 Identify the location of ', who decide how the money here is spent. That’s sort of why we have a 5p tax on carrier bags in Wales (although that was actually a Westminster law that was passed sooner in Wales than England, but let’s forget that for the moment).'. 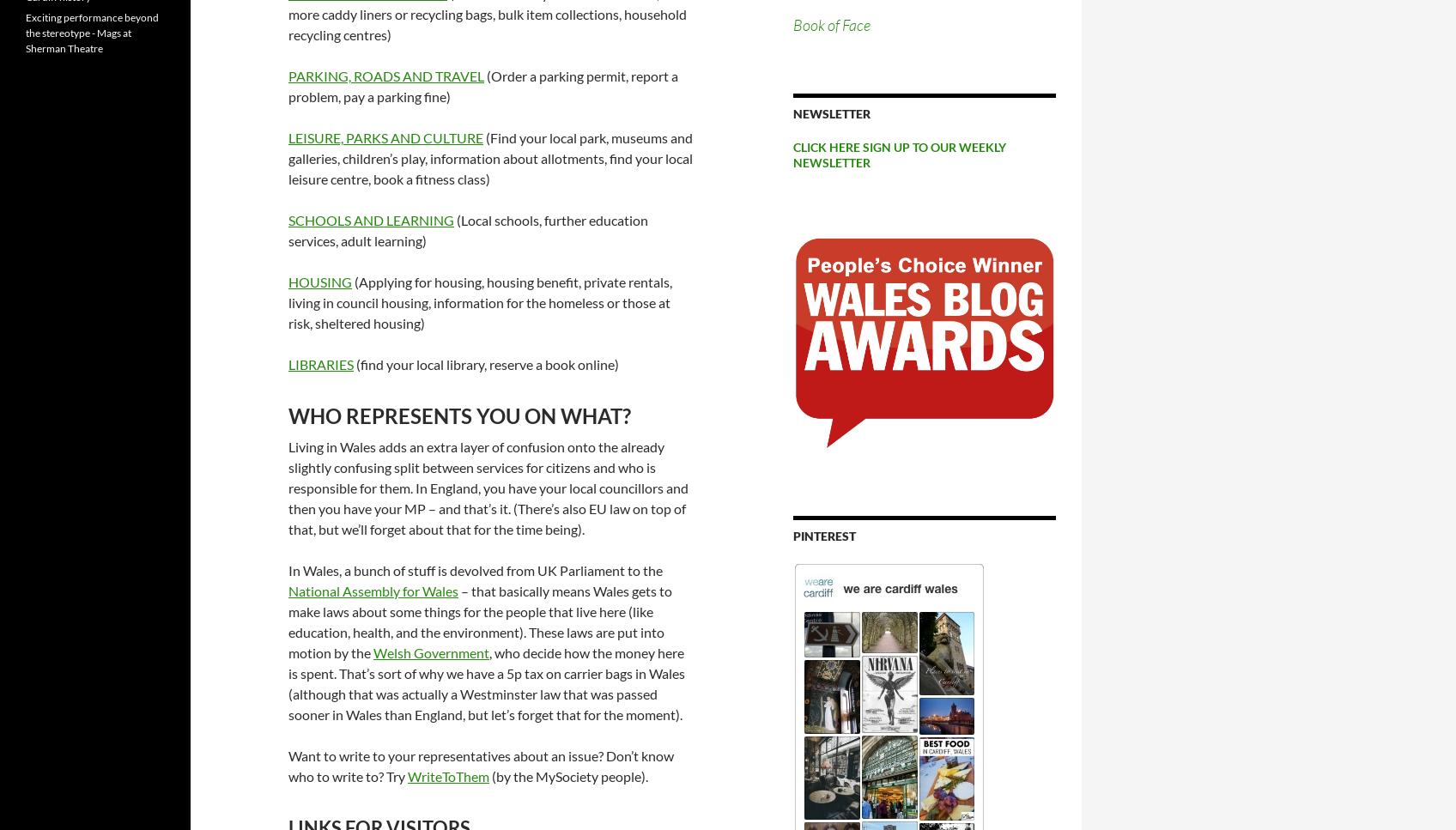
(486, 682).